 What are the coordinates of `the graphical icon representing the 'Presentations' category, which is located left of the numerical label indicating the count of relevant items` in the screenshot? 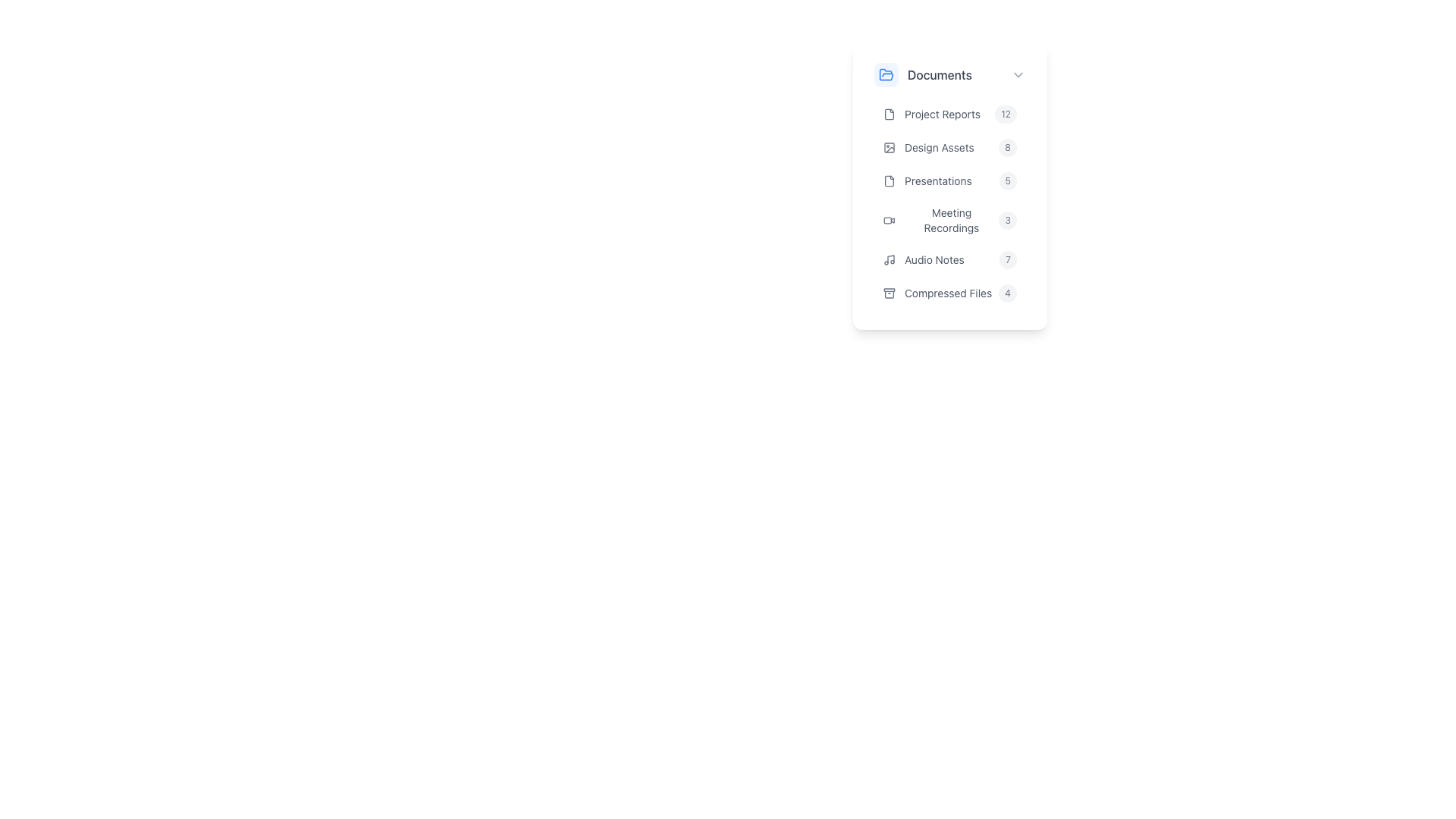 It's located at (889, 180).